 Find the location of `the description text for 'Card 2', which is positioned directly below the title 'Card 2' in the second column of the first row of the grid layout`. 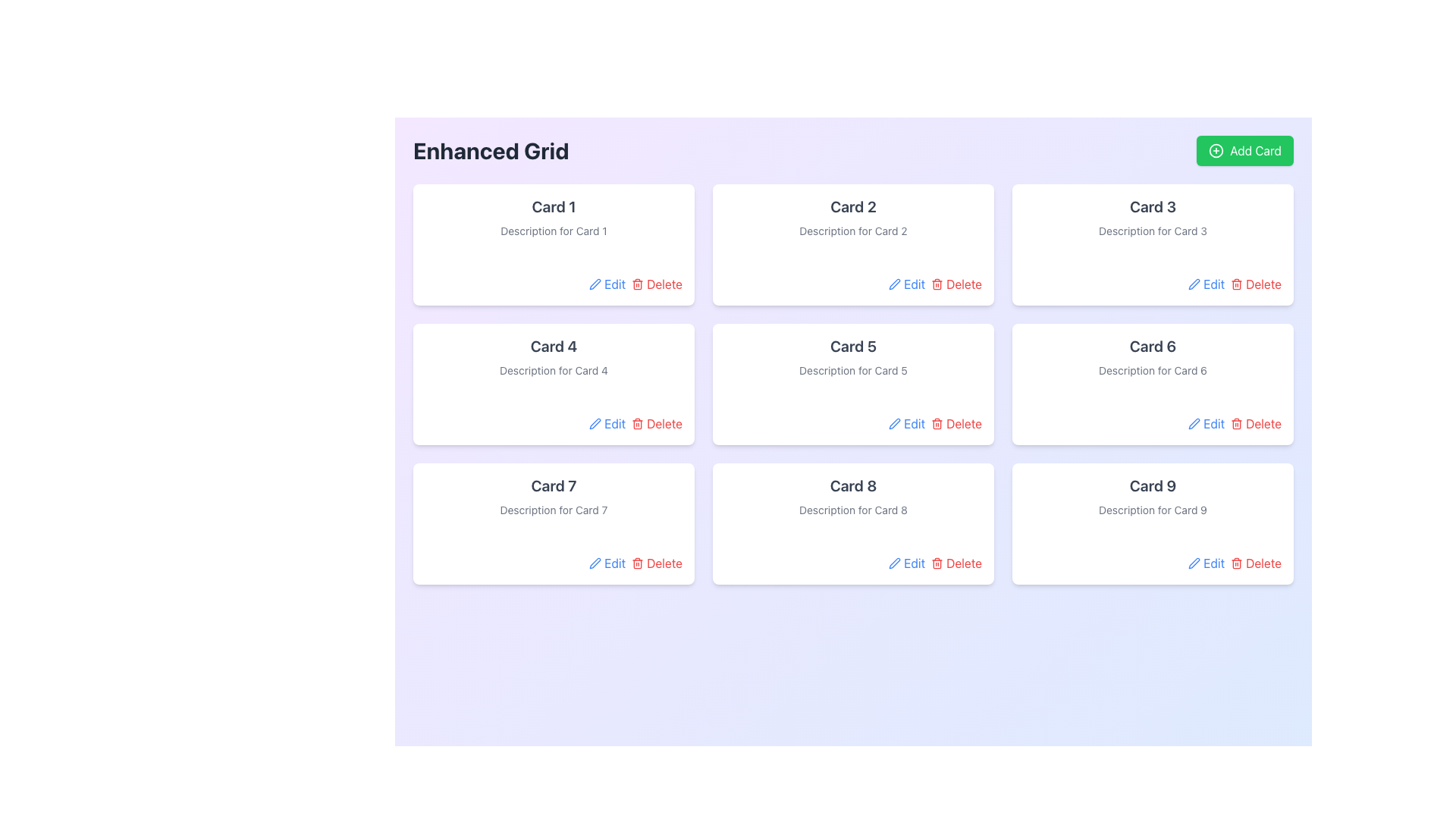

the description text for 'Card 2', which is positioned directly below the title 'Card 2' in the second column of the first row of the grid layout is located at coordinates (853, 231).